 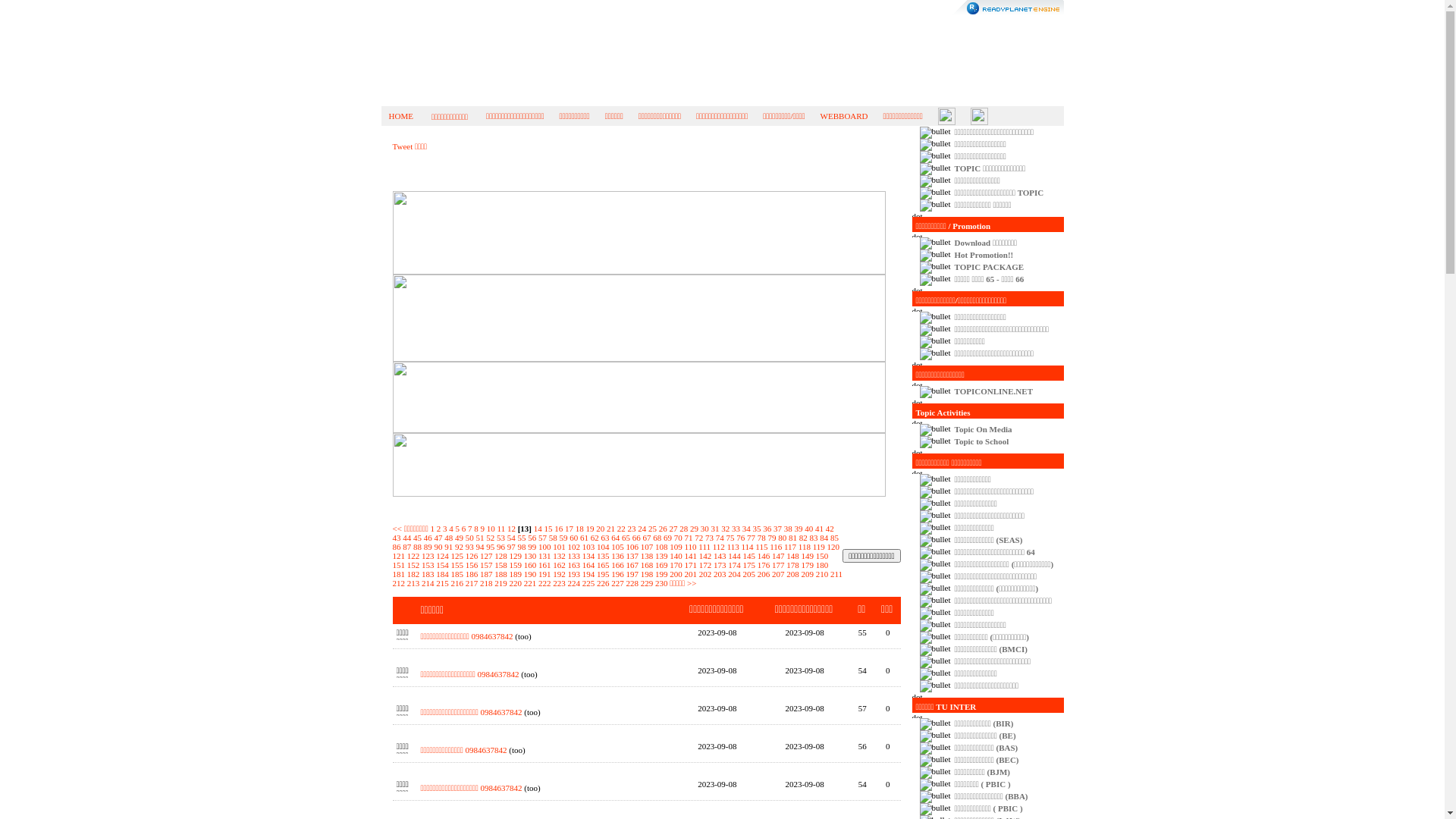 What do you see at coordinates (500, 564) in the screenshot?
I see `'158'` at bounding box center [500, 564].